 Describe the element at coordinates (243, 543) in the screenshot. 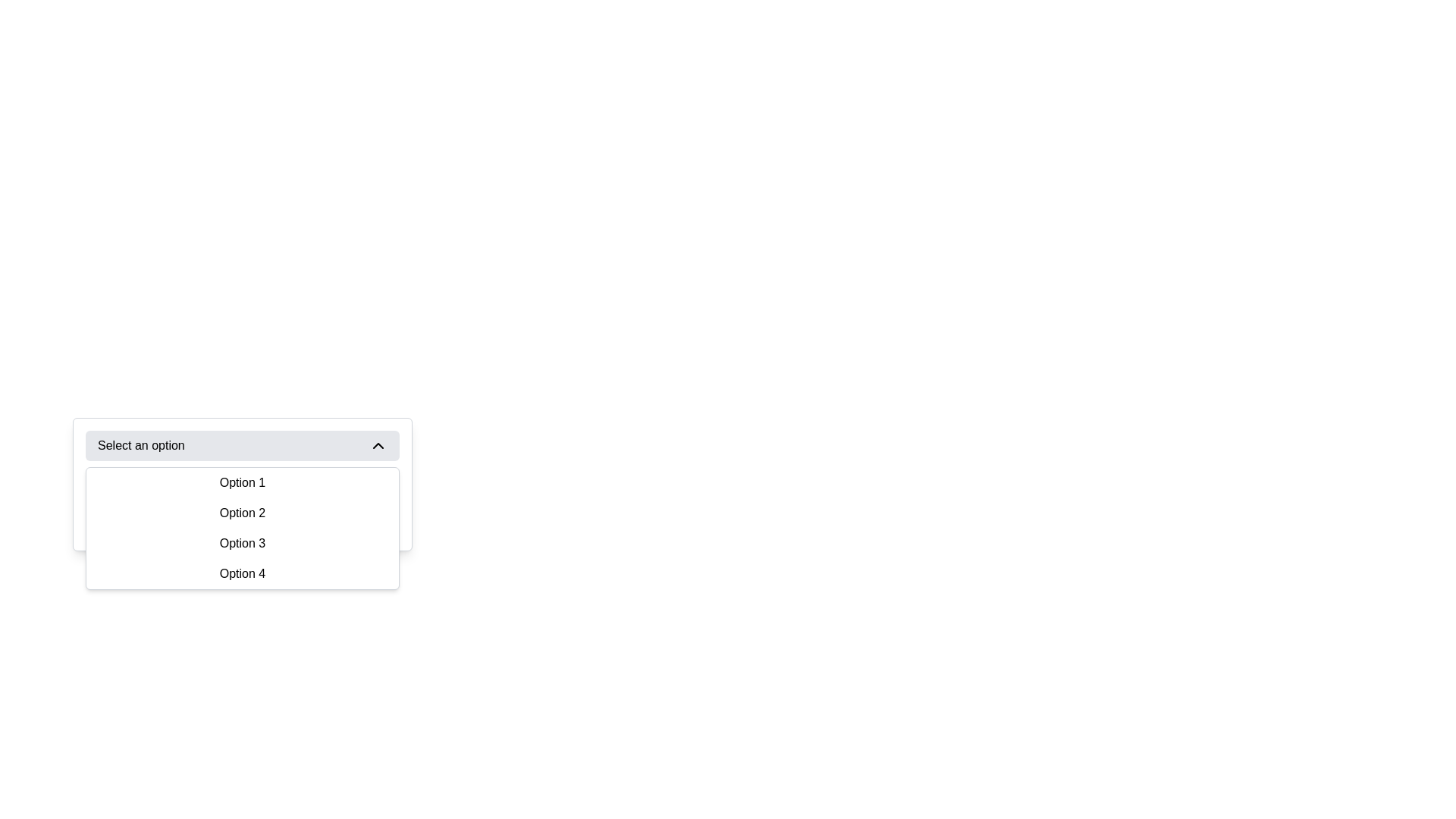

I see `the third item in the dropdown menu` at that location.